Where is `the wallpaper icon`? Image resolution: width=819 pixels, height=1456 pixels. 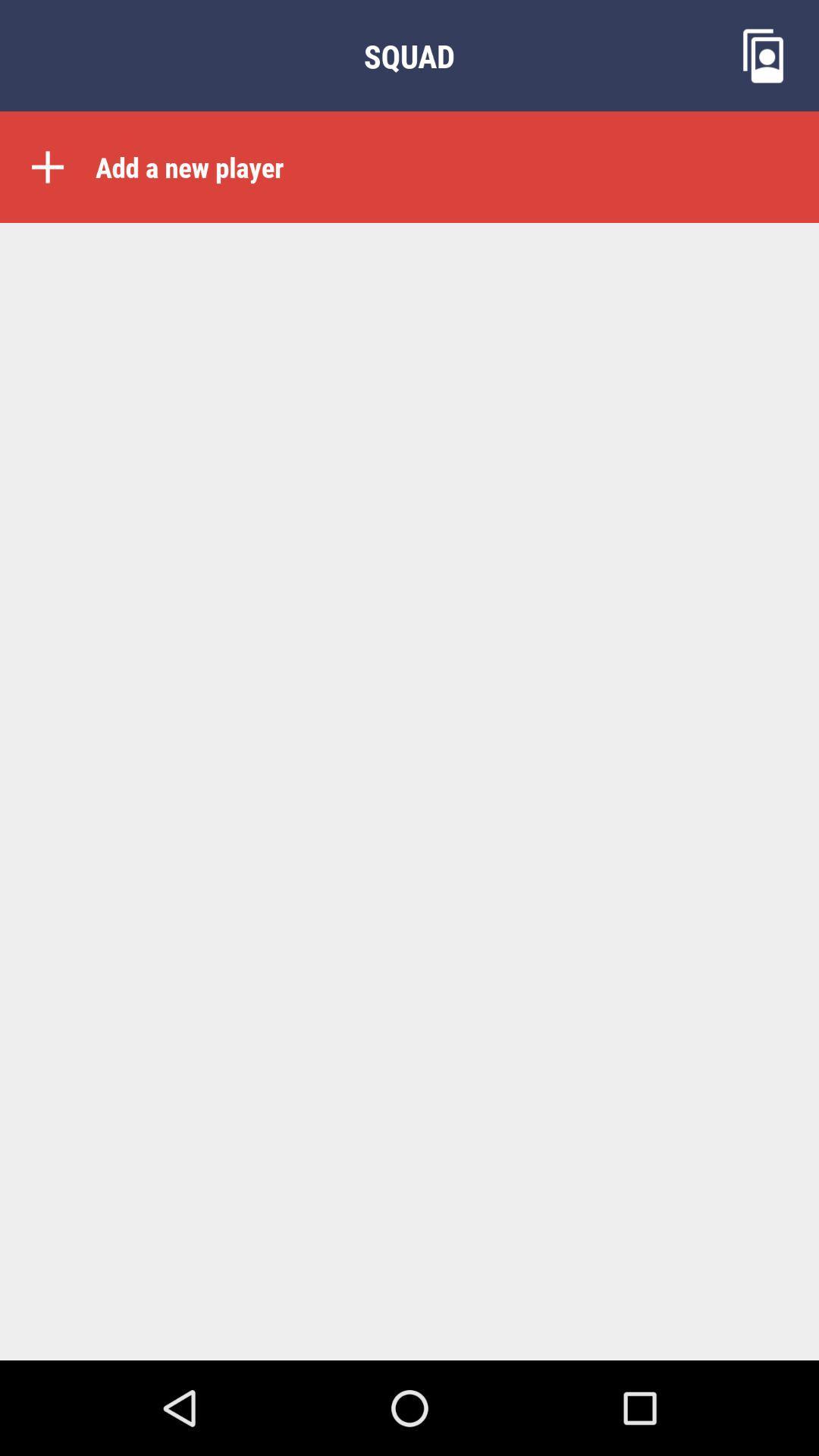 the wallpaper icon is located at coordinates (763, 55).